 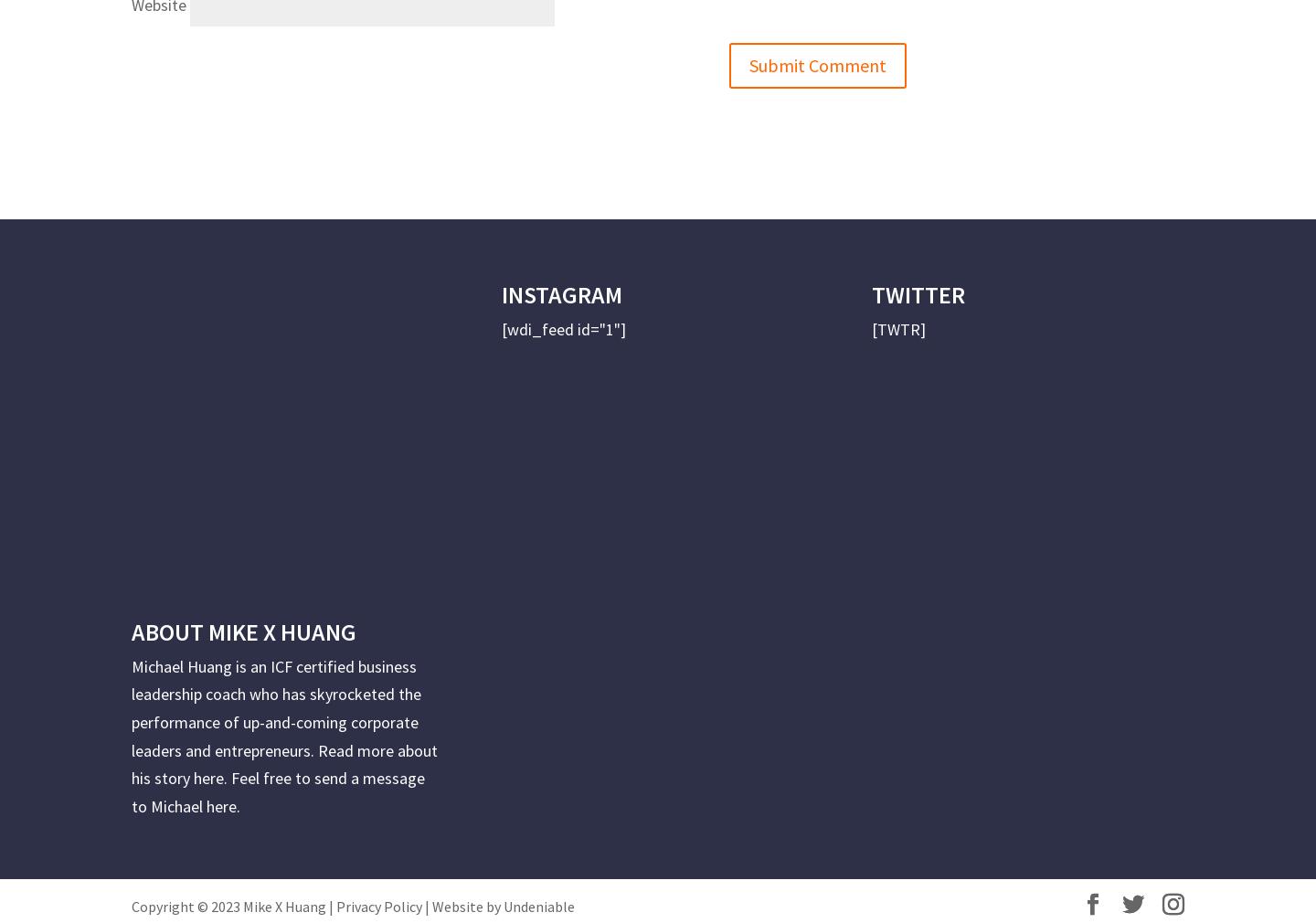 What do you see at coordinates (284, 906) in the screenshot?
I see `'Mike X Huang'` at bounding box center [284, 906].